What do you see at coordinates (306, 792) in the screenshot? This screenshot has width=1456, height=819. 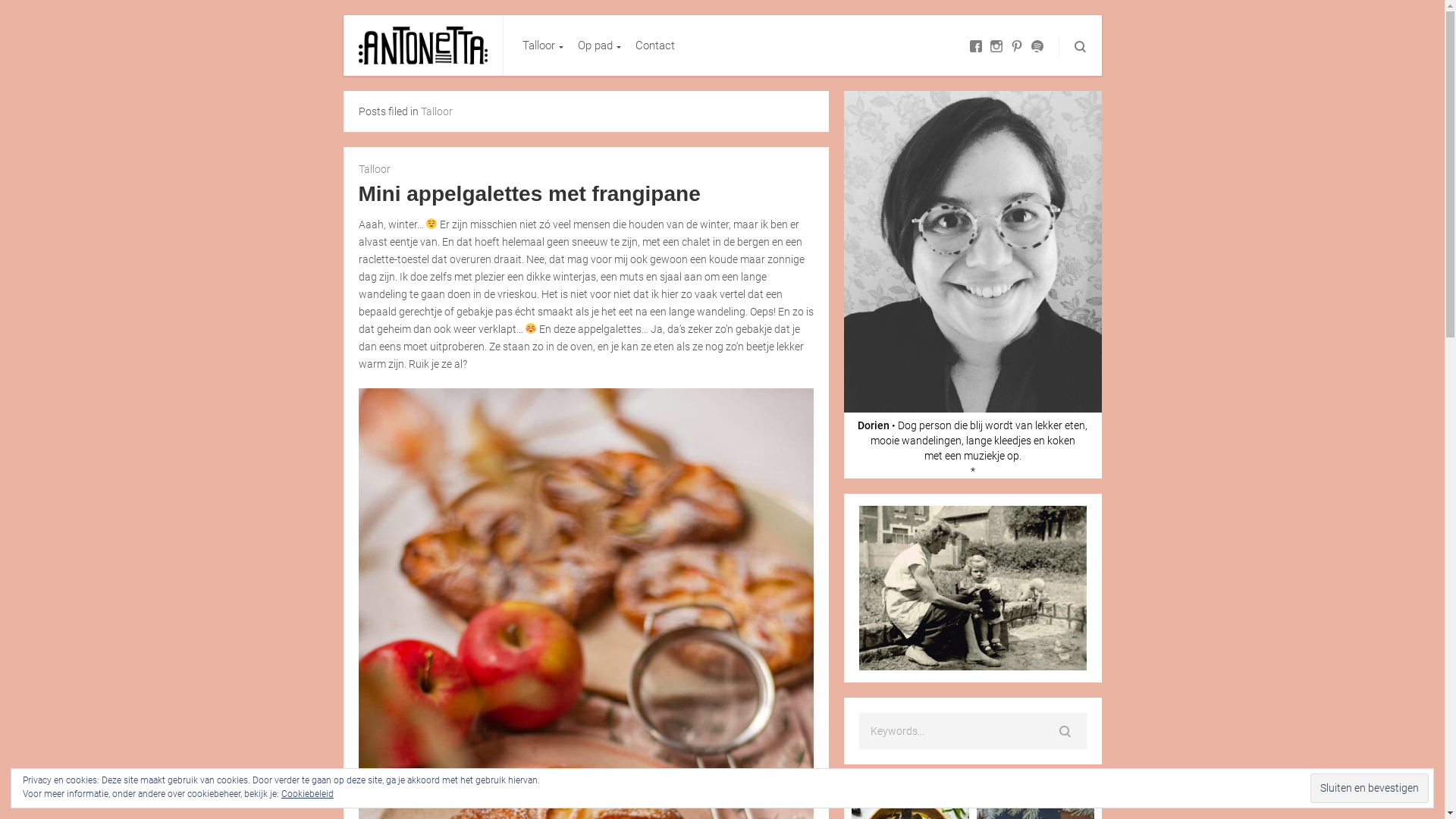 I see `'Cookiebeleid'` at bounding box center [306, 792].